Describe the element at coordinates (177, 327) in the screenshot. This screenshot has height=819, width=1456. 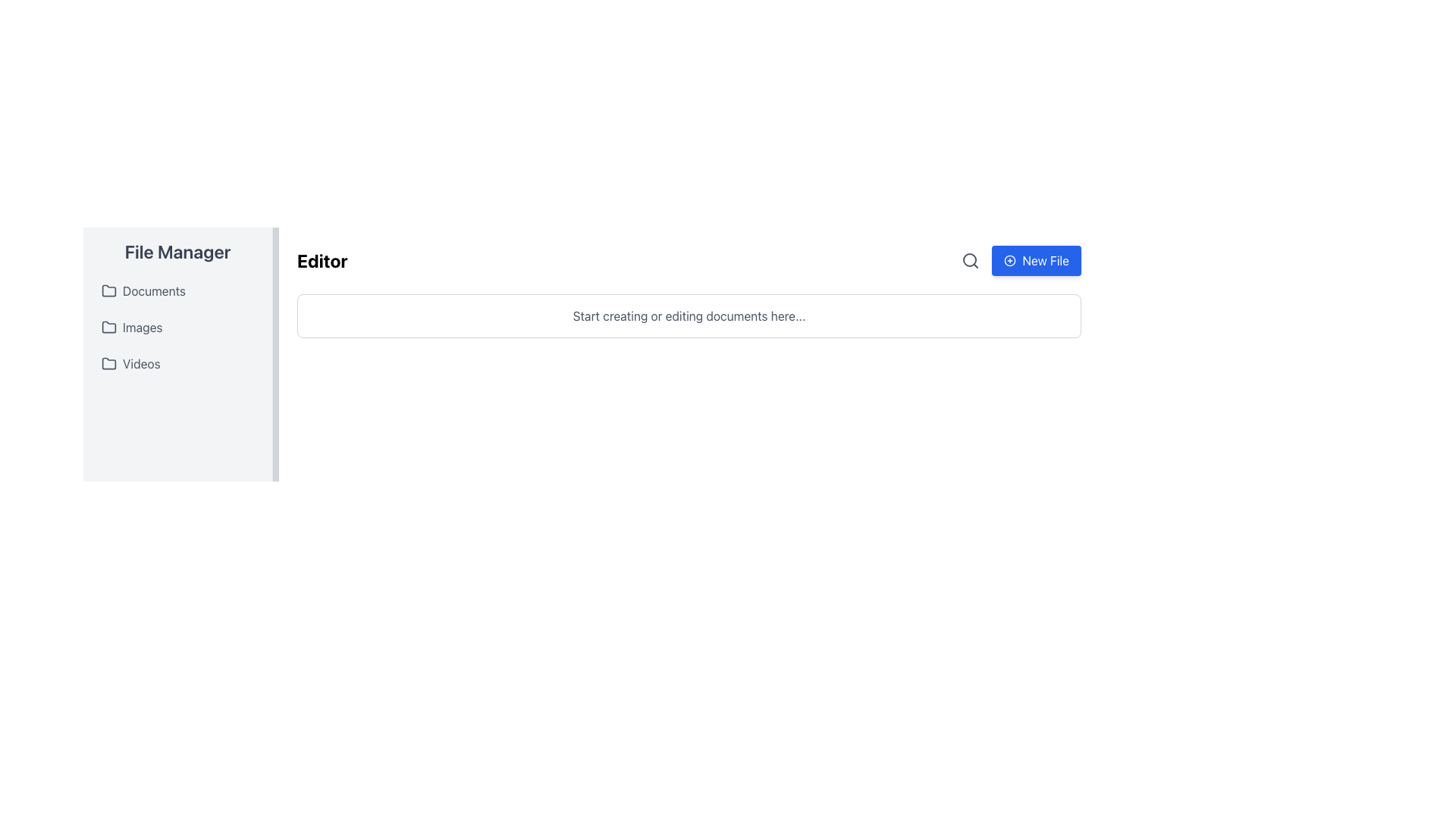
I see `the 'Images' menu option, which is the second item in the vertical list located on the left side of the interface` at that location.